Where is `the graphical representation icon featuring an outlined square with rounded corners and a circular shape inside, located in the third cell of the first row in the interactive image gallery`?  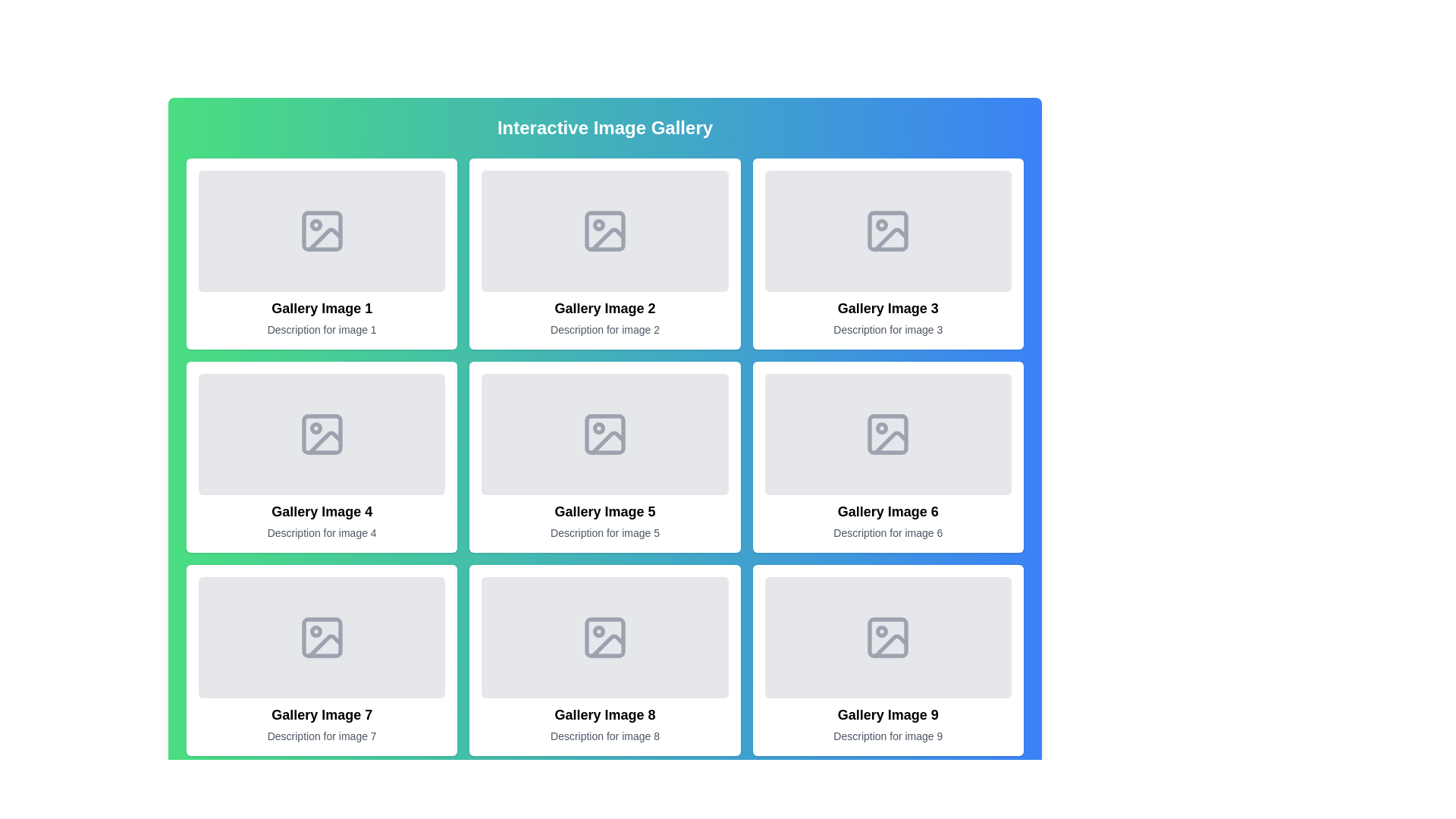 the graphical representation icon featuring an outlined square with rounded corners and a circular shape inside, located in the third cell of the first row in the interactive image gallery is located at coordinates (888, 231).